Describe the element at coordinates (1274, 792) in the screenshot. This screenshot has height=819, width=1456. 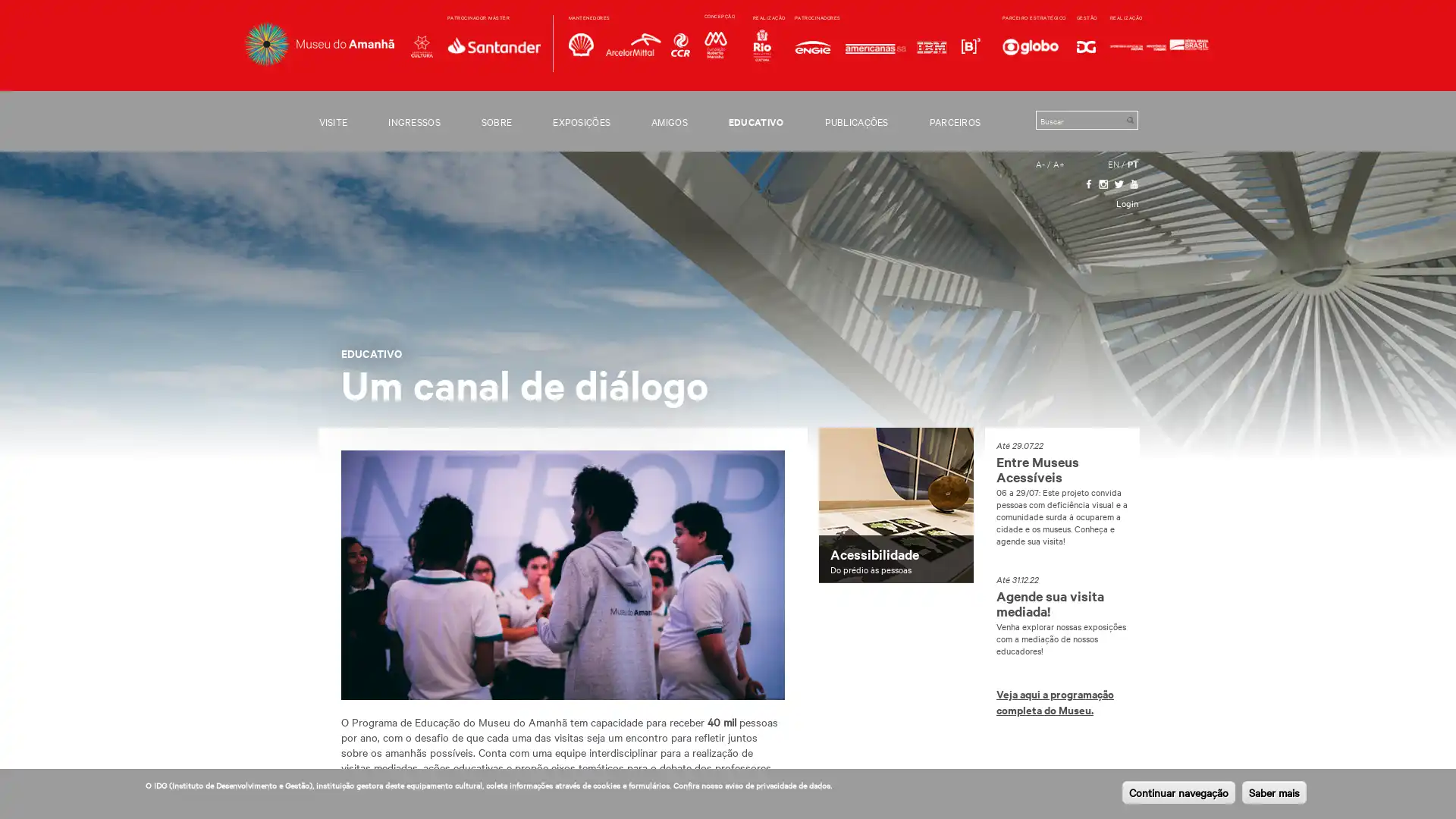
I see `Saber mais` at that location.